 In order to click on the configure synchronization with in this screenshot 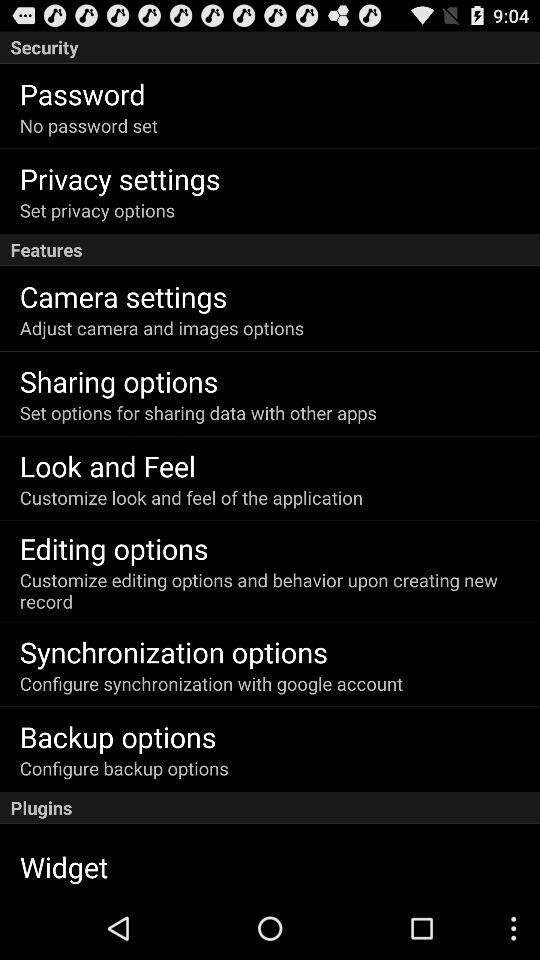, I will do `click(210, 683)`.